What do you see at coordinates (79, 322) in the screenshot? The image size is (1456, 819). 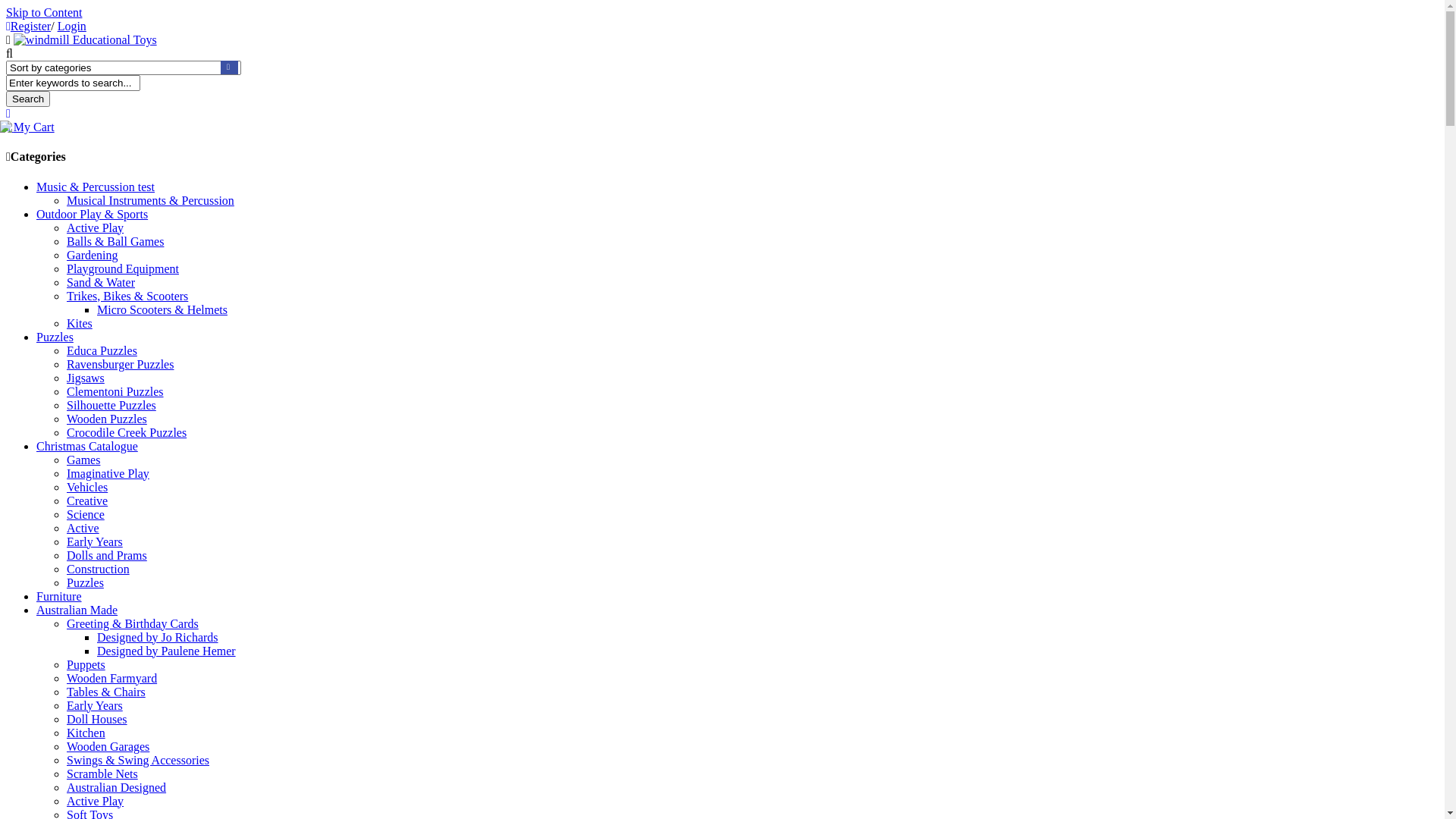 I see `'Kites'` at bounding box center [79, 322].